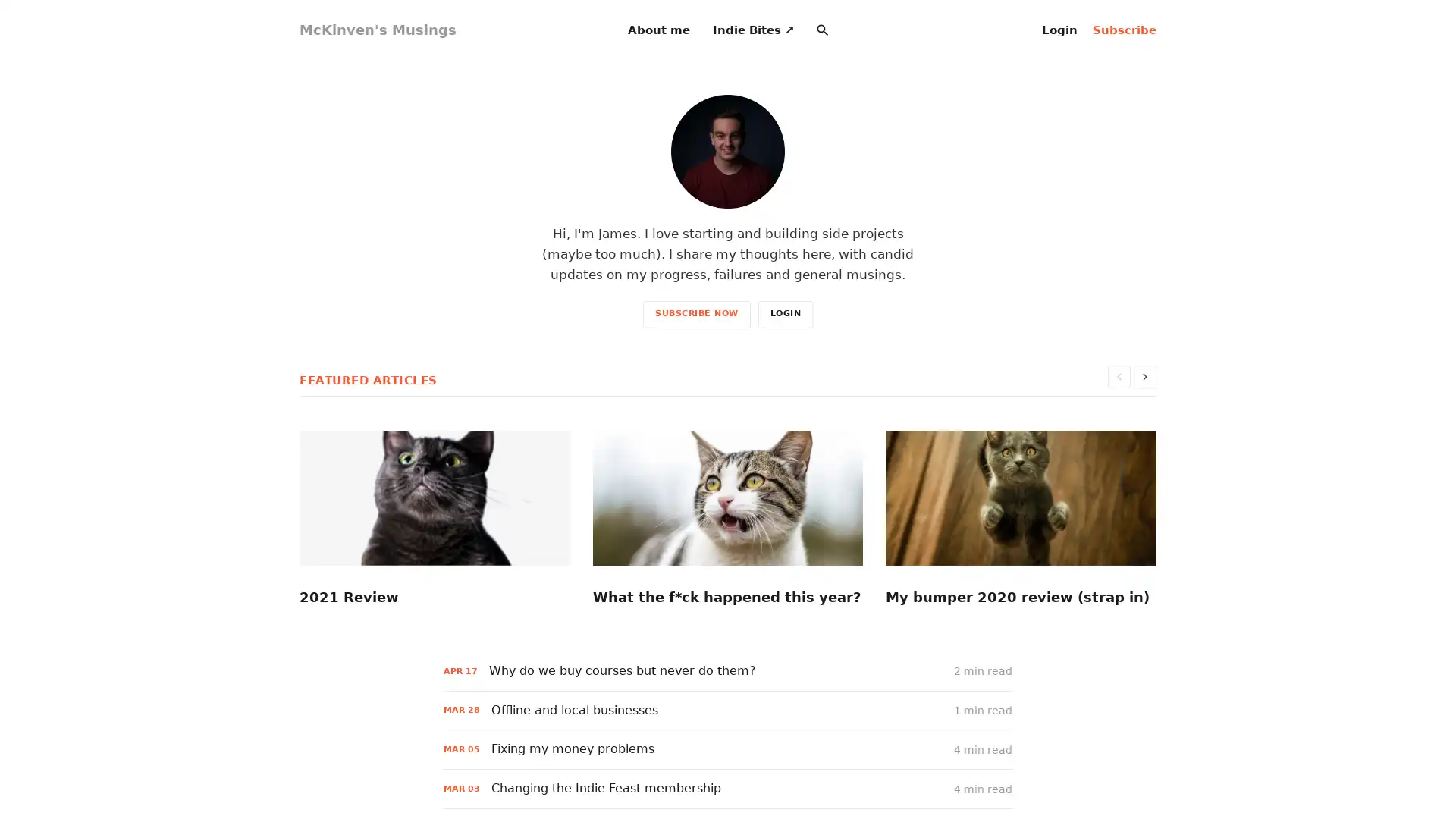 The width and height of the screenshot is (1456, 819). What do you see at coordinates (785, 312) in the screenshot?
I see `LOGIN` at bounding box center [785, 312].